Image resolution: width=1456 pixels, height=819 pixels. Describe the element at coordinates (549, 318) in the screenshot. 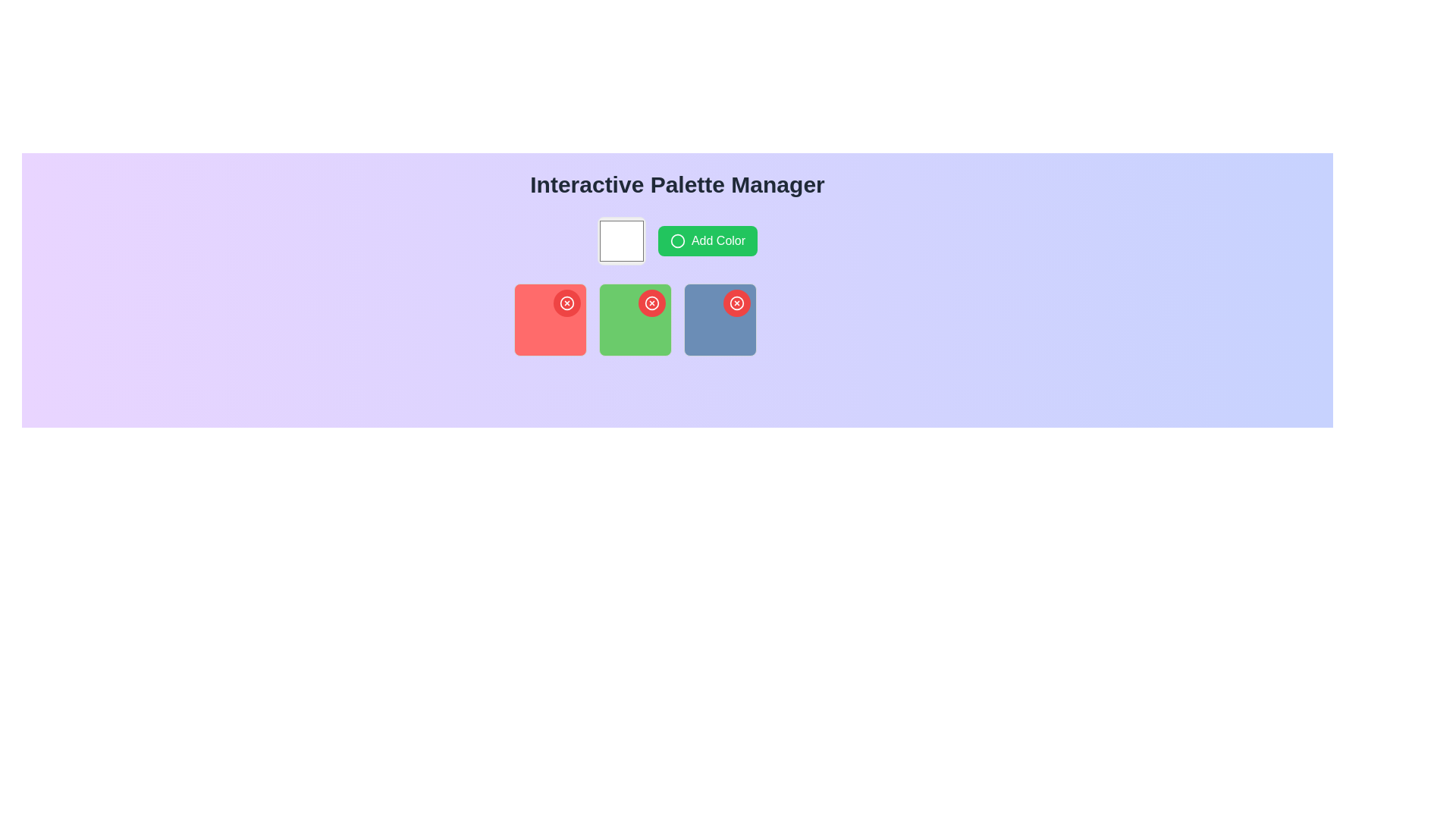

I see `the interactive color swatch with a red background located in the upper-left corner of the grid` at that location.